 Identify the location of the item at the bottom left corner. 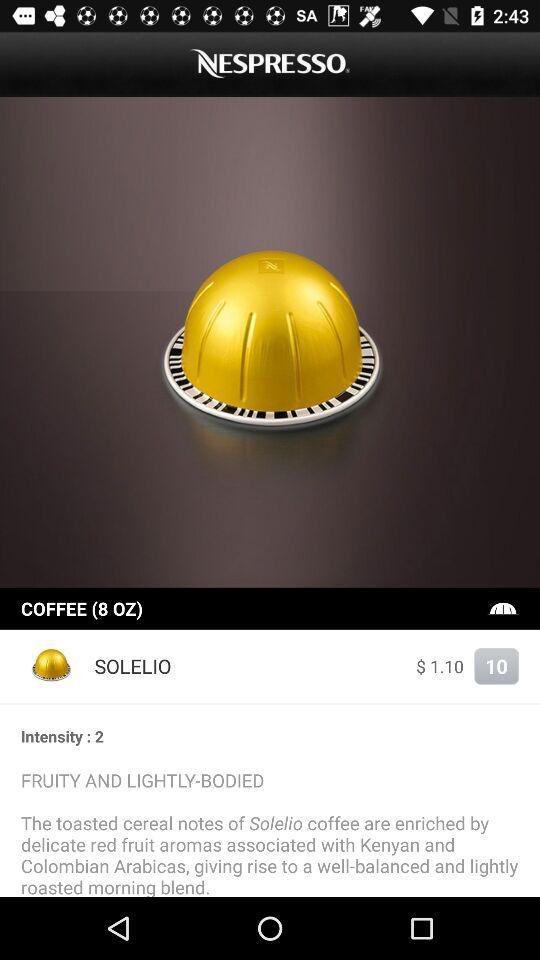
(52, 666).